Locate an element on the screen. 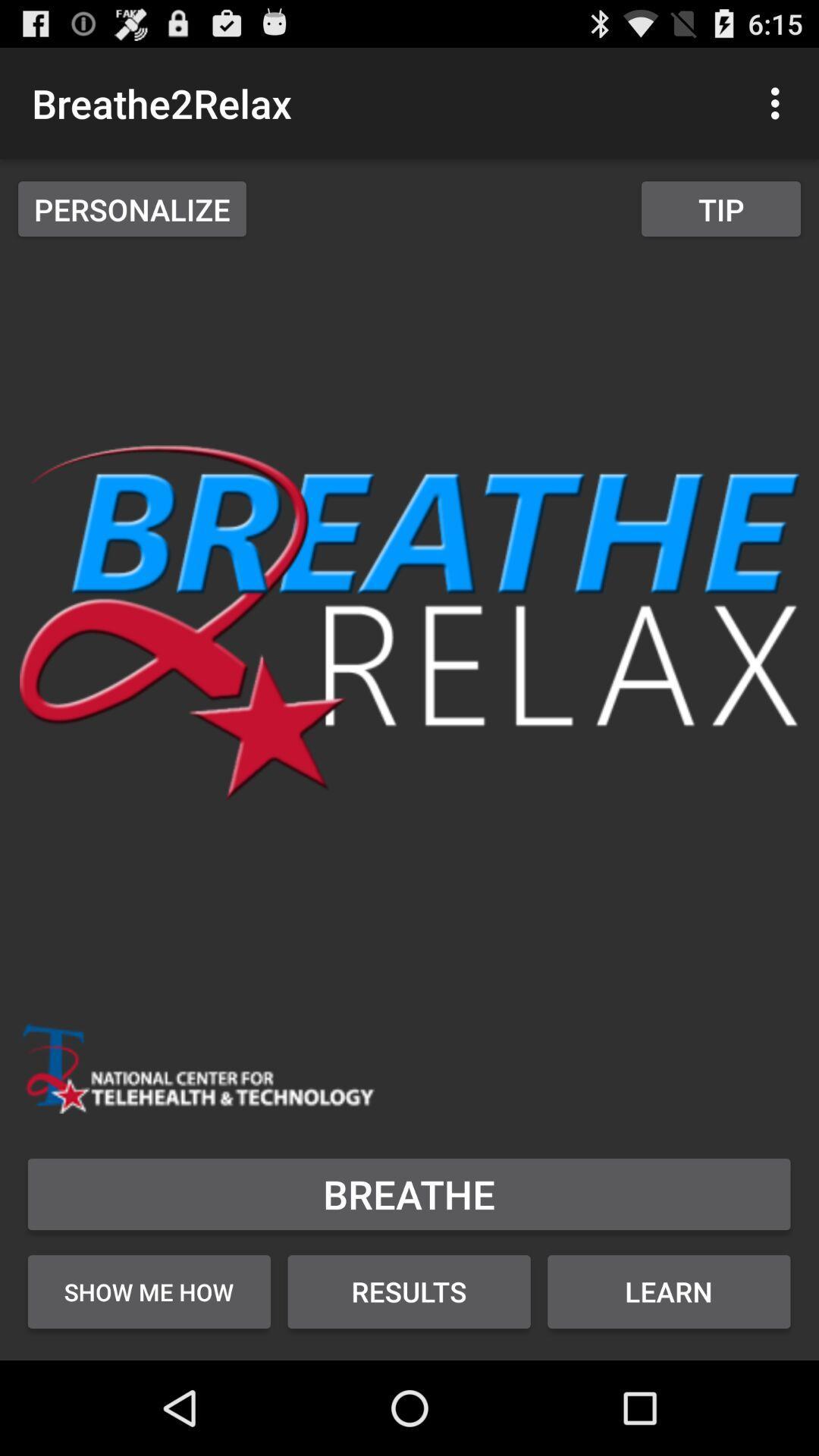 This screenshot has height=1456, width=819. show me how is located at coordinates (149, 1291).